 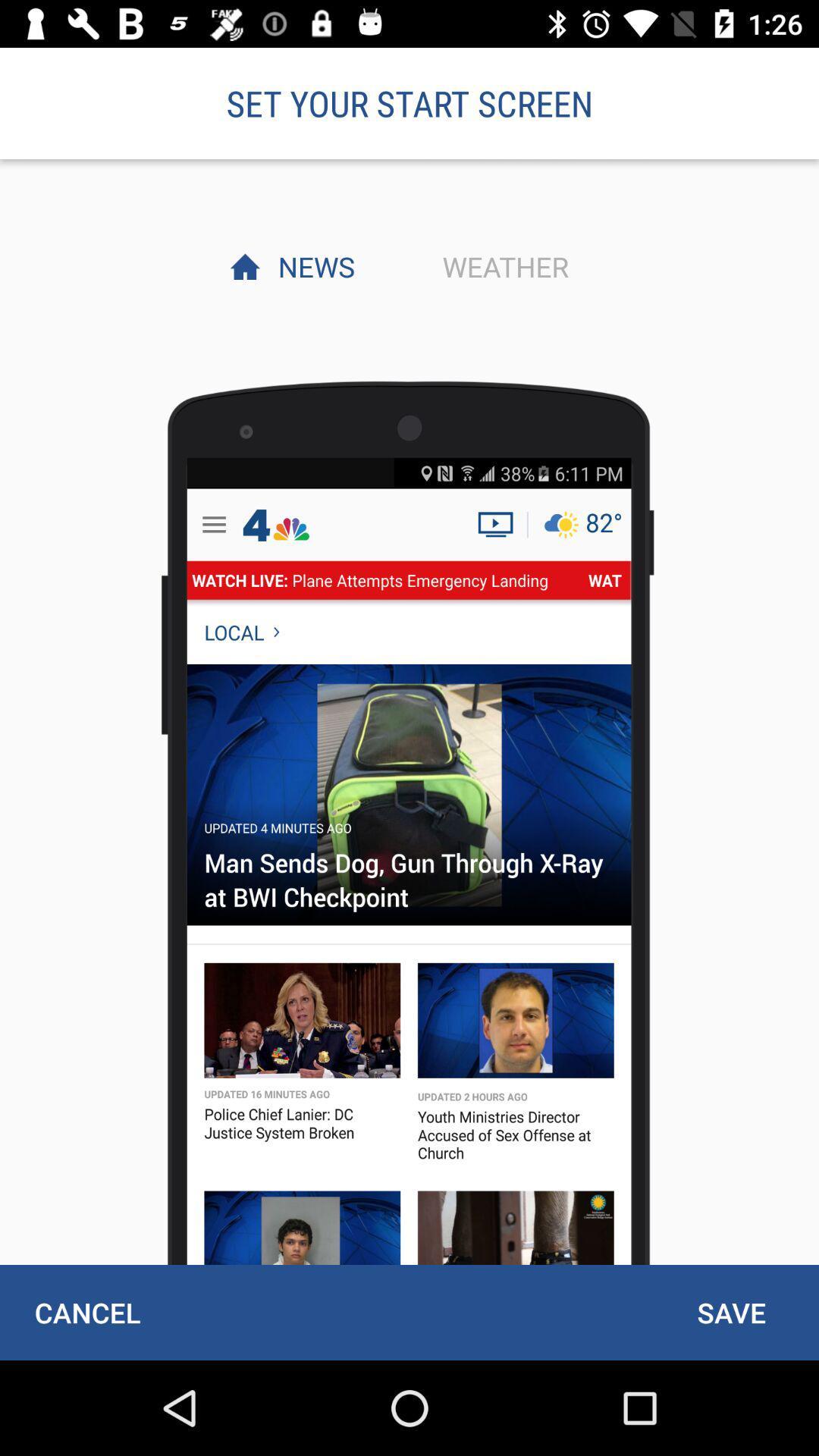 What do you see at coordinates (87, 1312) in the screenshot?
I see `icon next to the save item` at bounding box center [87, 1312].